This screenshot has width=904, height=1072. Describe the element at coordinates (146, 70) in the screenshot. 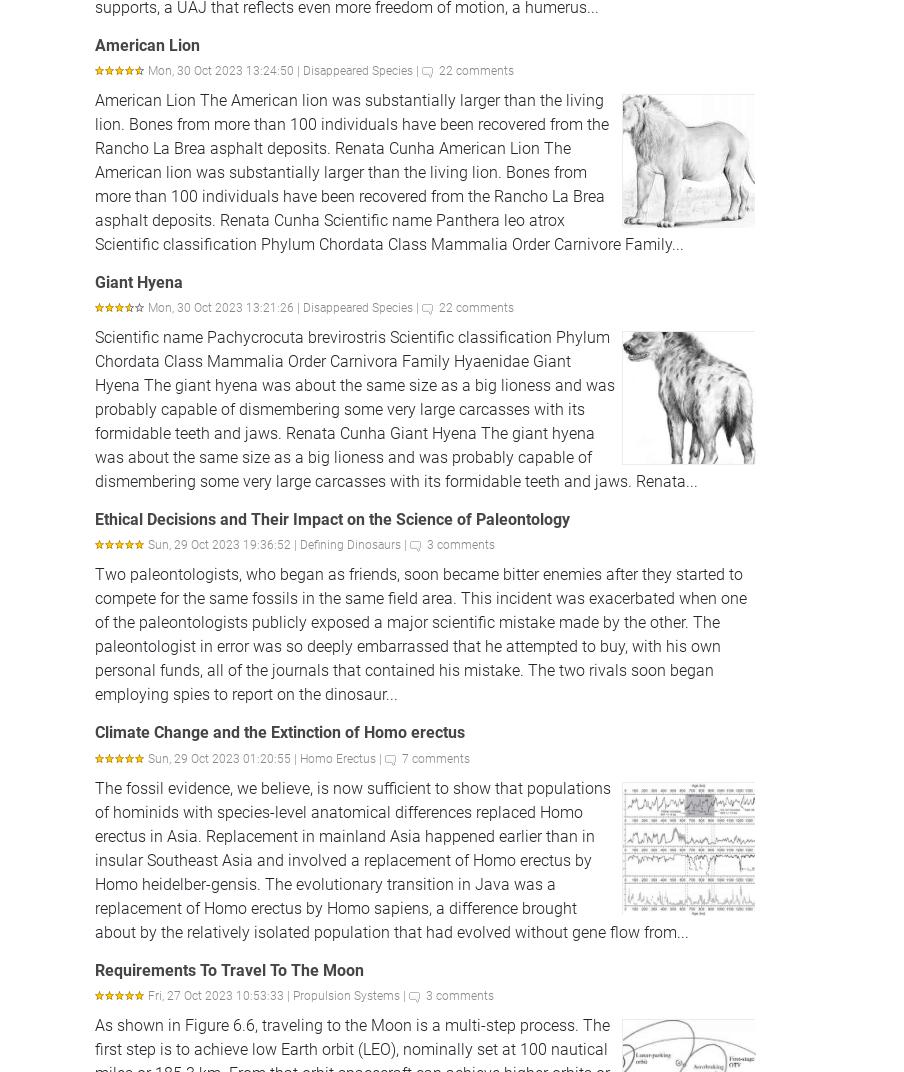

I see `'Mon, 30 Oct 2023 13:24:50                                    |'` at that location.